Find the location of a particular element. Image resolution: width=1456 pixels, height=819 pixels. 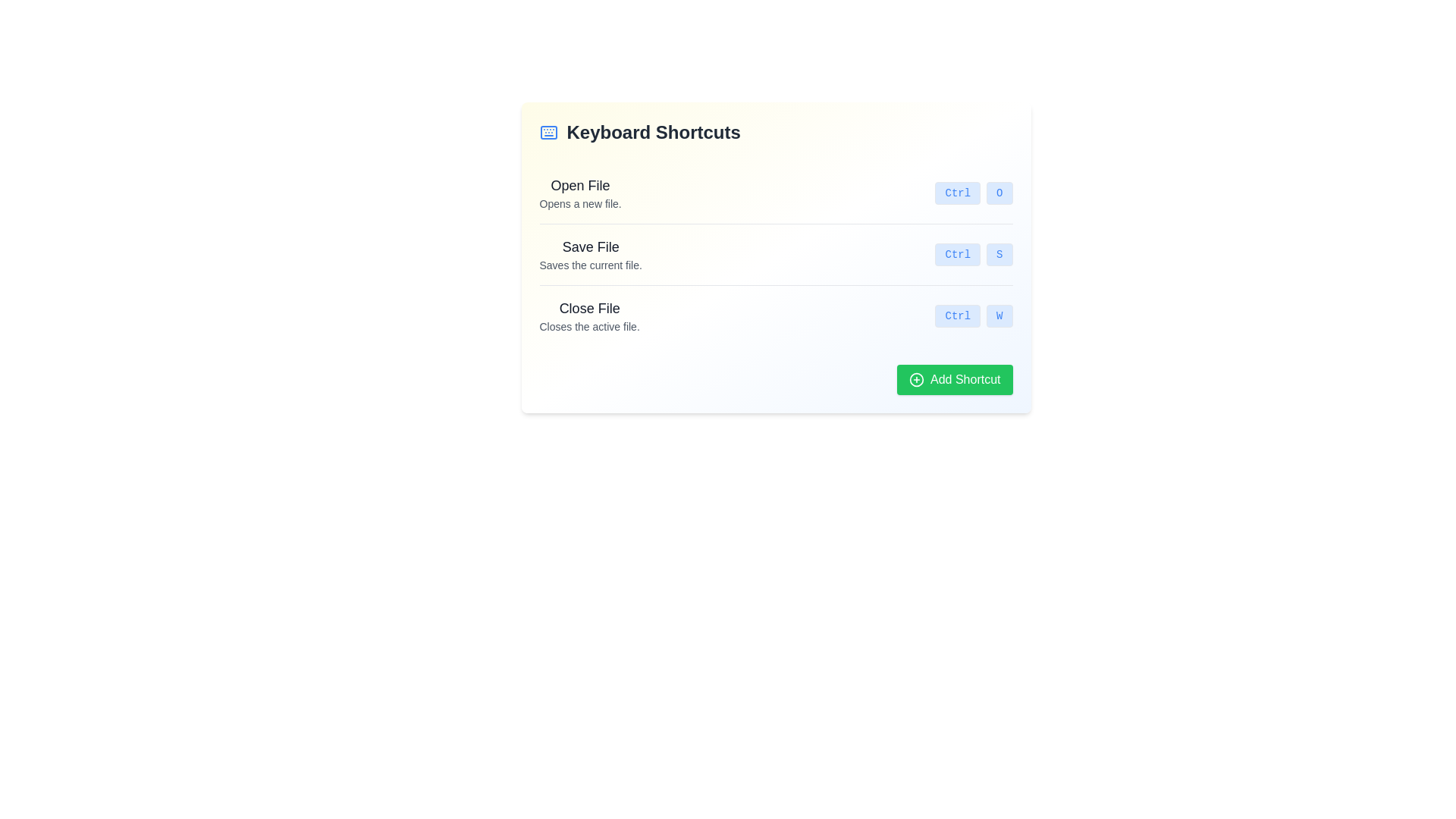

shortcut from the second row of the list item under 'Keyboard Shortcuts', which includes a title, description, and corresponding shortcuts styled with a blue background is located at coordinates (776, 253).